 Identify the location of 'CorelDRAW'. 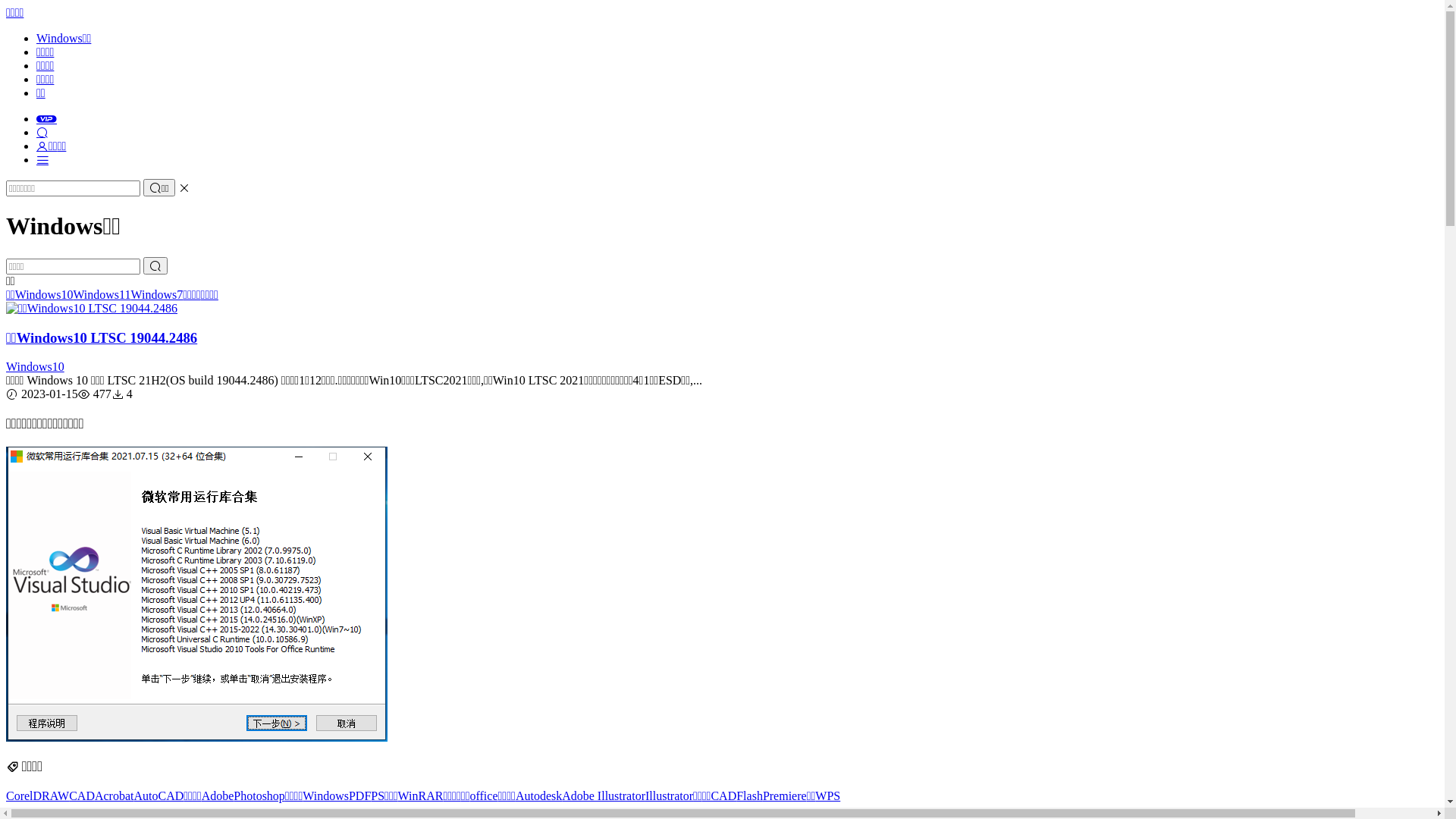
(6, 795).